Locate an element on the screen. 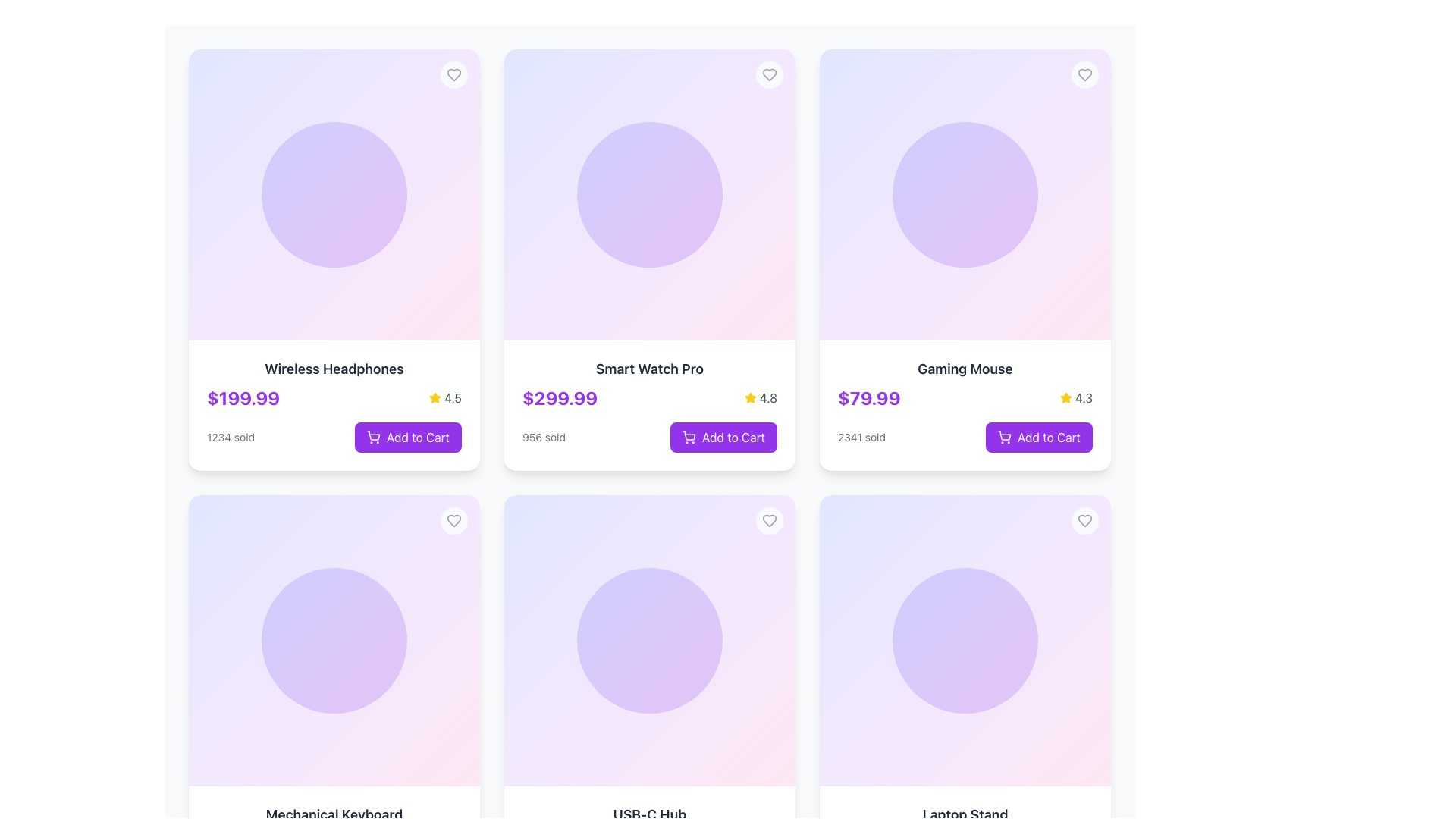 The width and height of the screenshot is (1456, 819). the rating element, which is a composite of a yellow star icon and the text '4.3', located in the top-right corner of the 'Gaming Mouse' card, to the right of the price '$79.99' is located at coordinates (1075, 397).